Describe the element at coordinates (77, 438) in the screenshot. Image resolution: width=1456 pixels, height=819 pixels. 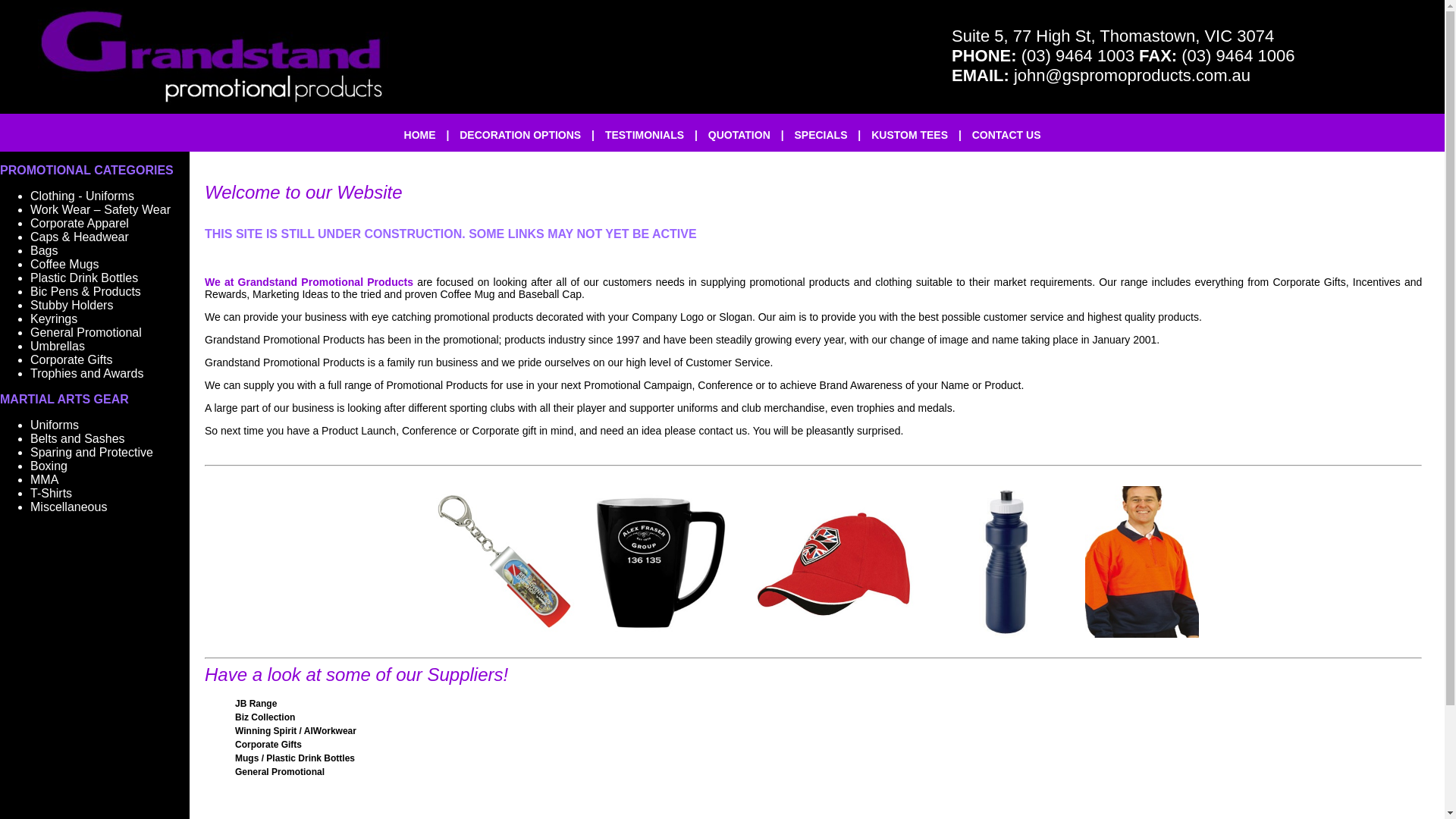
I see `'Belts and Sashes'` at that location.